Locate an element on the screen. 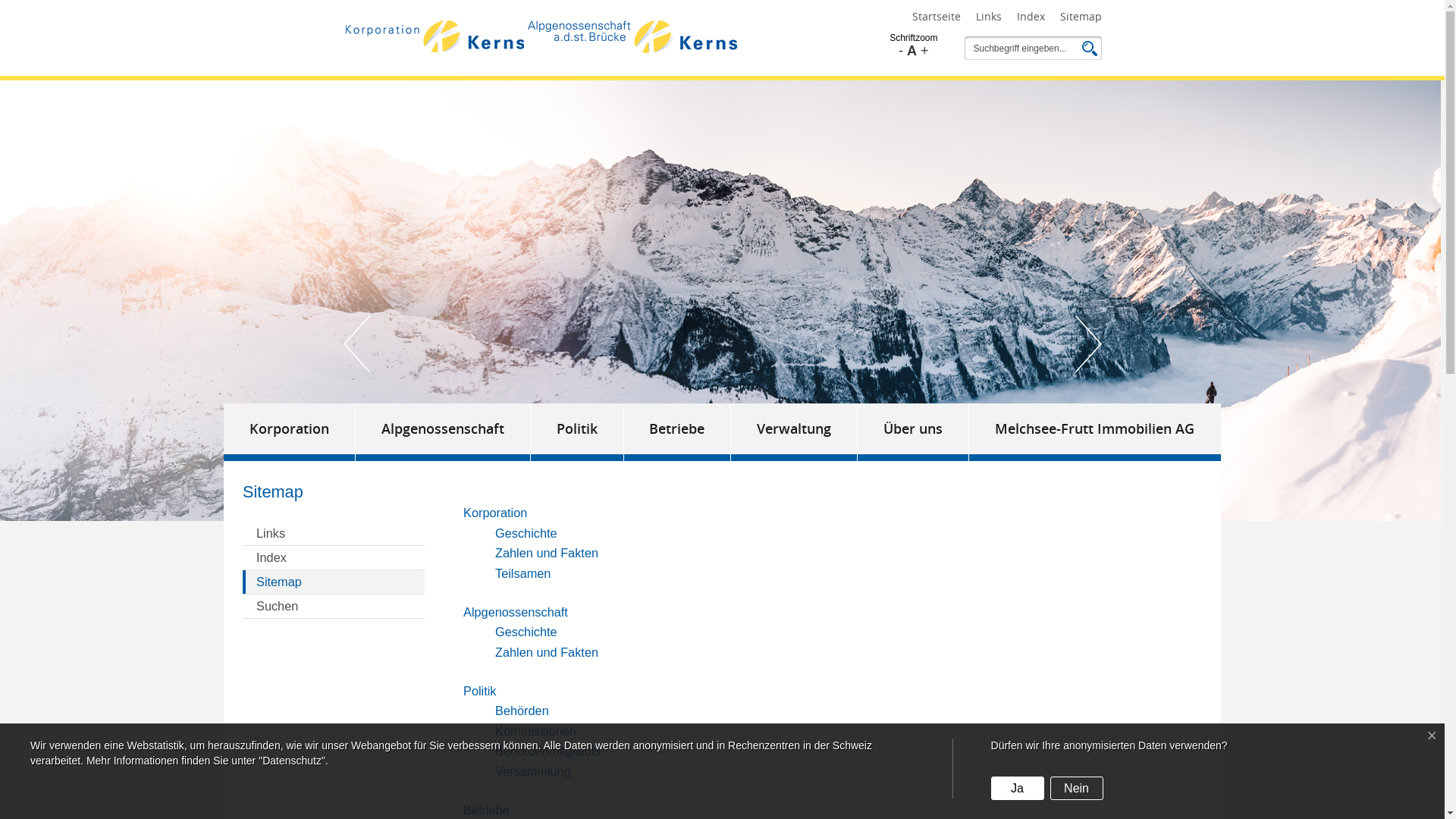  'Alpgenossenschaft' is located at coordinates (355, 432).